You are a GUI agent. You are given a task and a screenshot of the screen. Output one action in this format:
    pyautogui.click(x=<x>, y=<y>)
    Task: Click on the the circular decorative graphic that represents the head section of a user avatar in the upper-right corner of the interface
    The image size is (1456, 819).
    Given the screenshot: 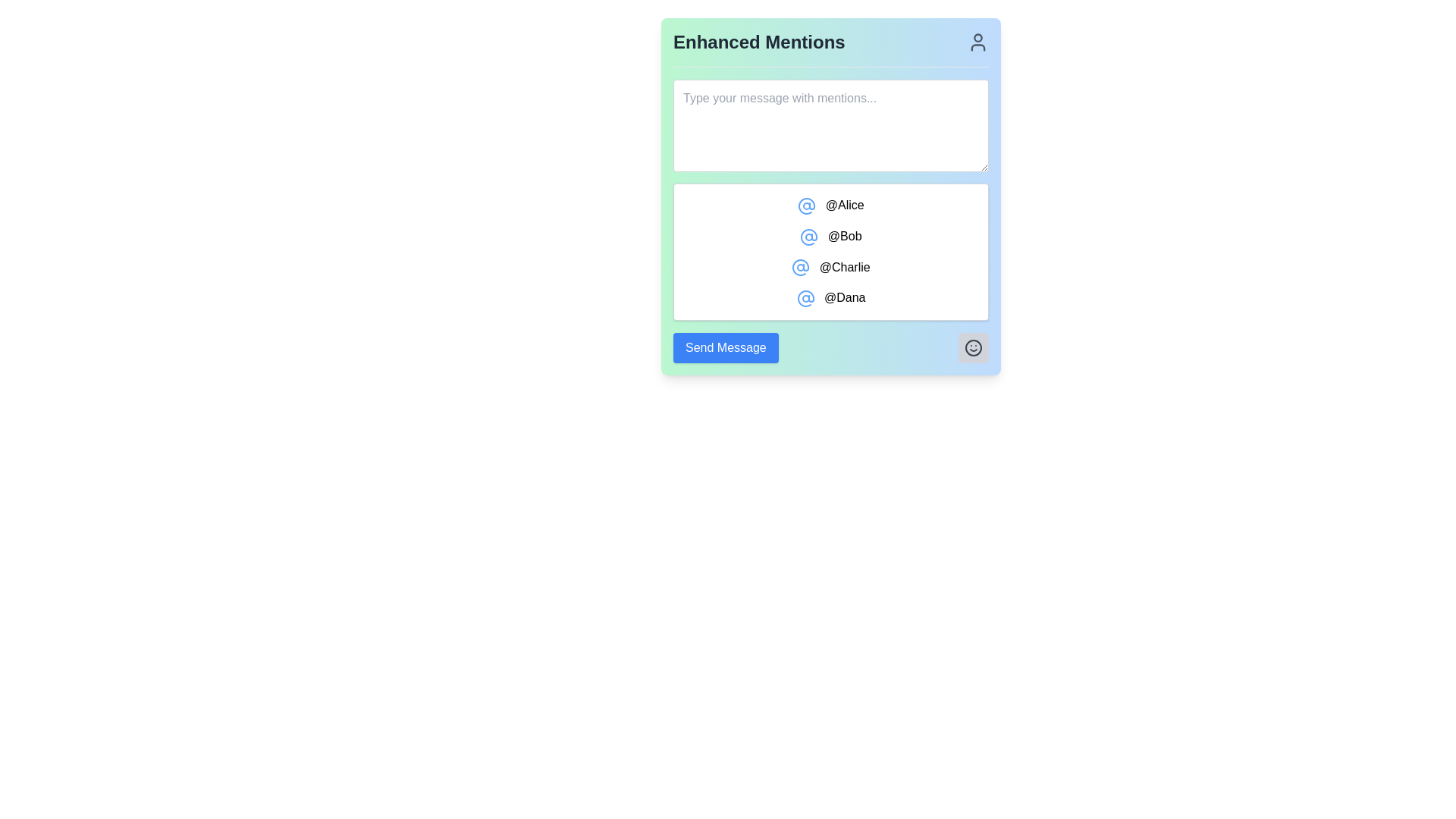 What is the action you would take?
    pyautogui.click(x=978, y=37)
    